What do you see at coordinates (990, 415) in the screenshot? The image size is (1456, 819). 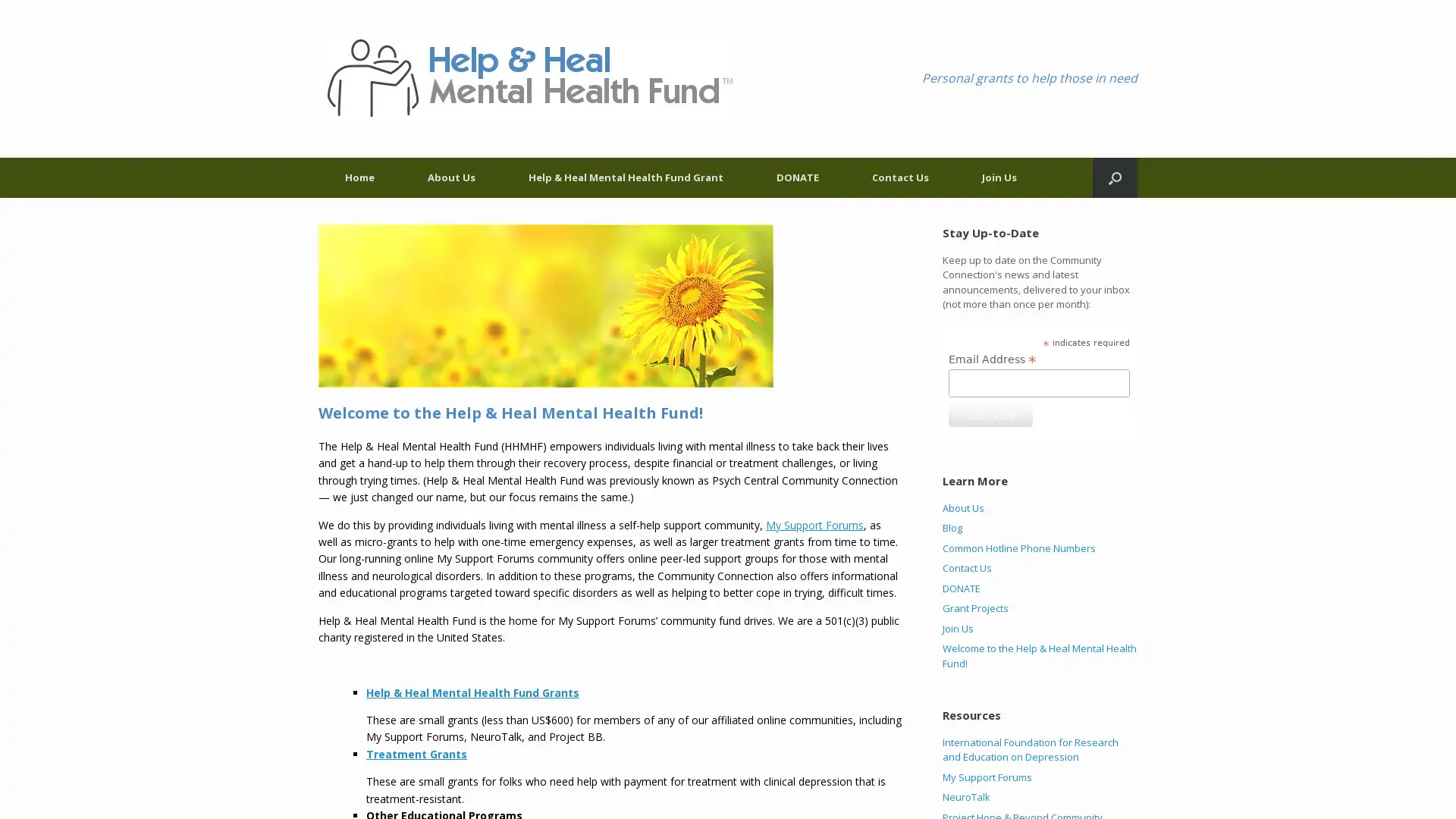 I see `Subscribe` at bounding box center [990, 415].